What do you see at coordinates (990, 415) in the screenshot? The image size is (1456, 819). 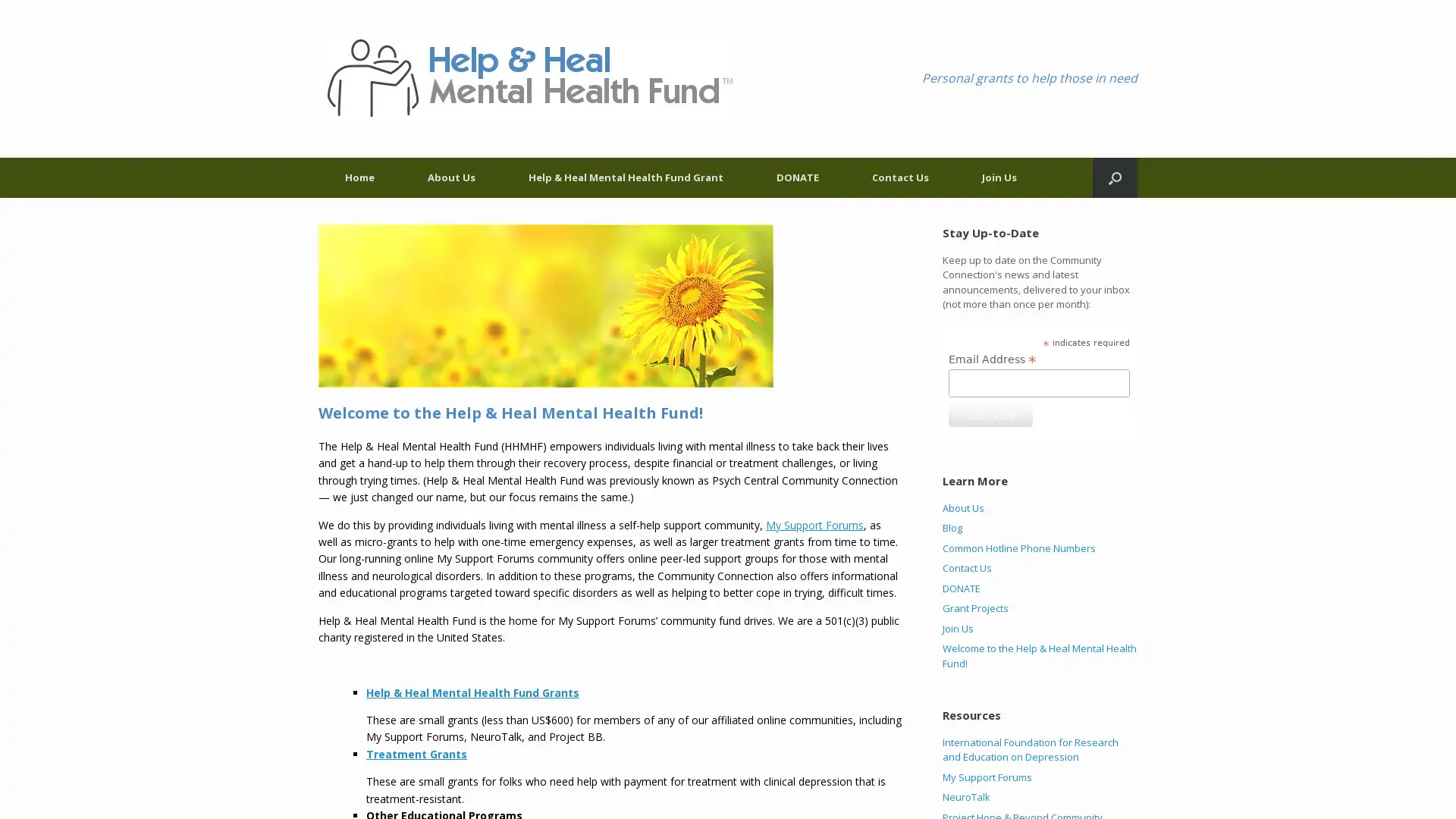 I see `Subscribe` at bounding box center [990, 415].